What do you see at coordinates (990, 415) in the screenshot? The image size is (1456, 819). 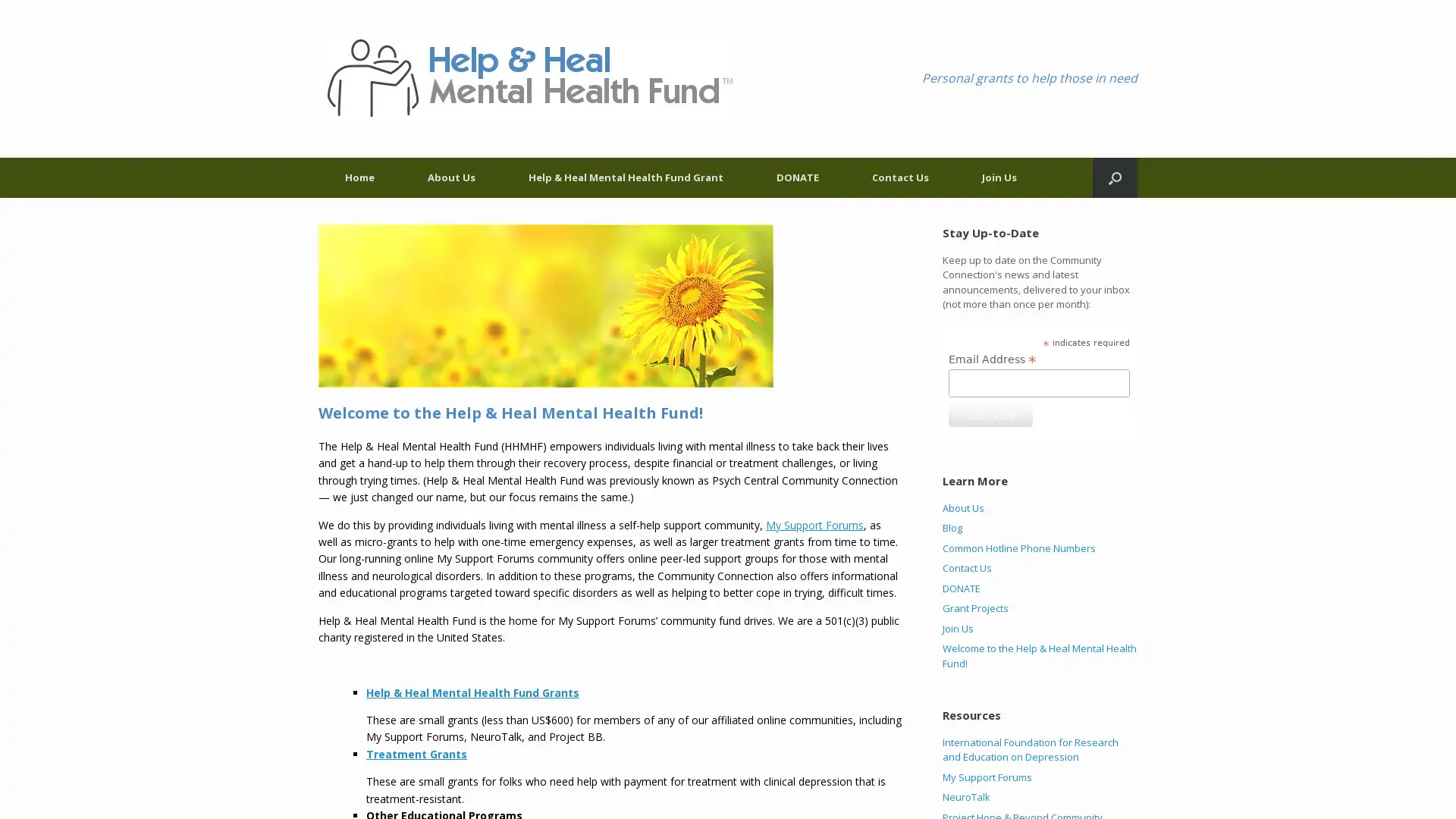 I see `Subscribe` at bounding box center [990, 415].